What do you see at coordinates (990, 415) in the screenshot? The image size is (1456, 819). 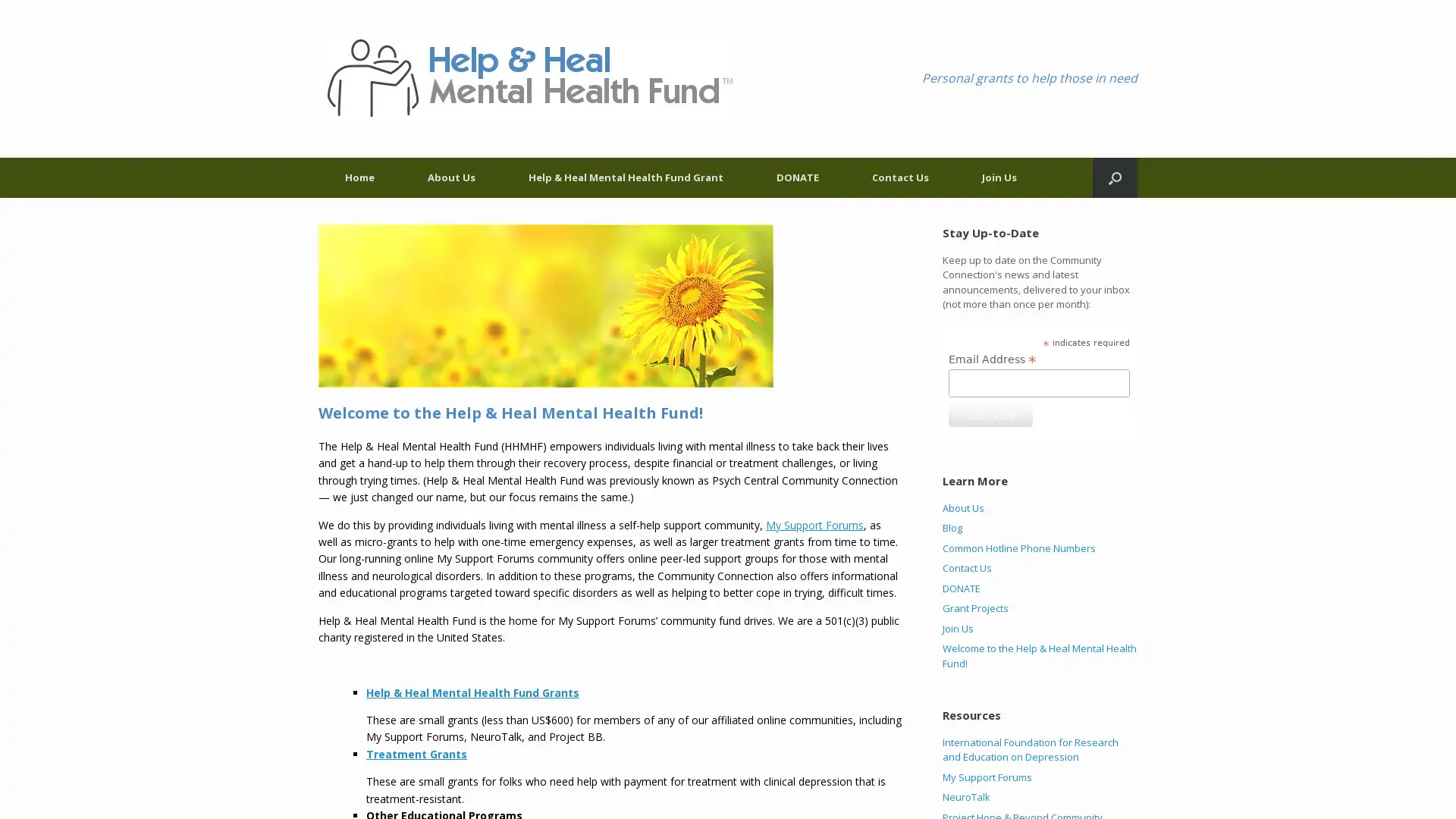 I see `Subscribe` at bounding box center [990, 415].